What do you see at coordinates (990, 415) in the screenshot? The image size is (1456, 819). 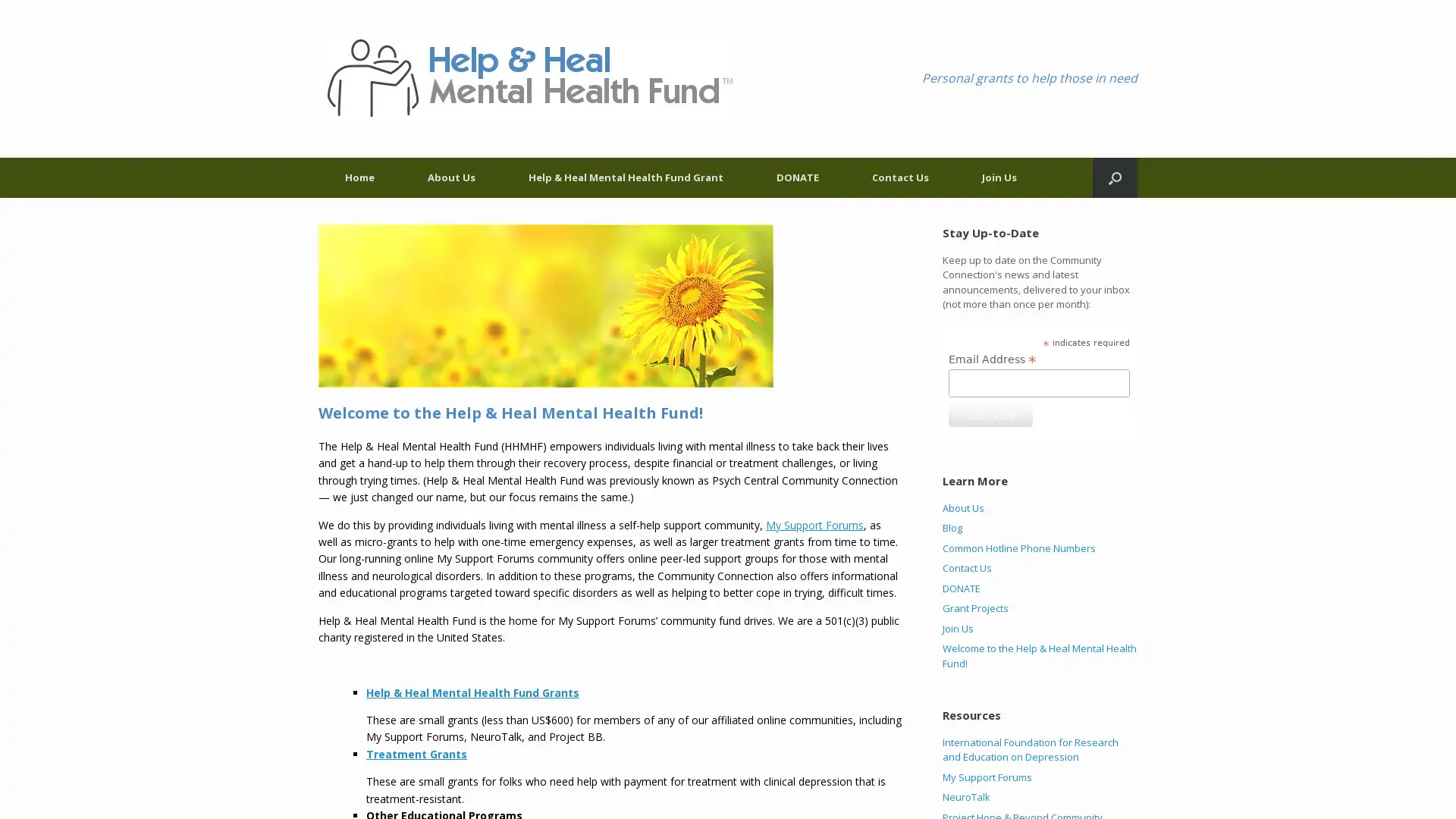 I see `Subscribe` at bounding box center [990, 415].